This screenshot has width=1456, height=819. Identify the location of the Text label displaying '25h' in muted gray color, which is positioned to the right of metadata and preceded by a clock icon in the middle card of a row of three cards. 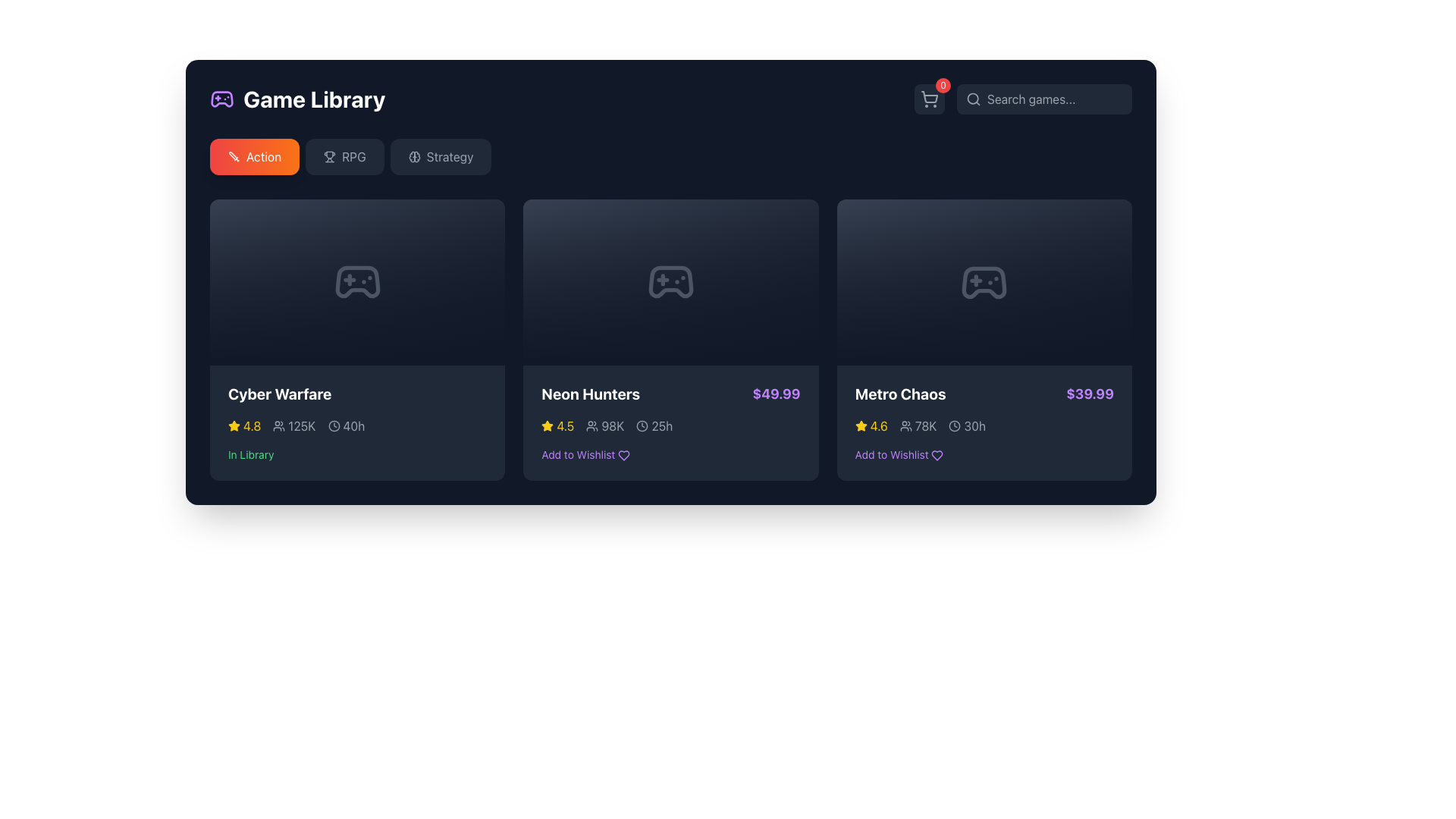
(662, 426).